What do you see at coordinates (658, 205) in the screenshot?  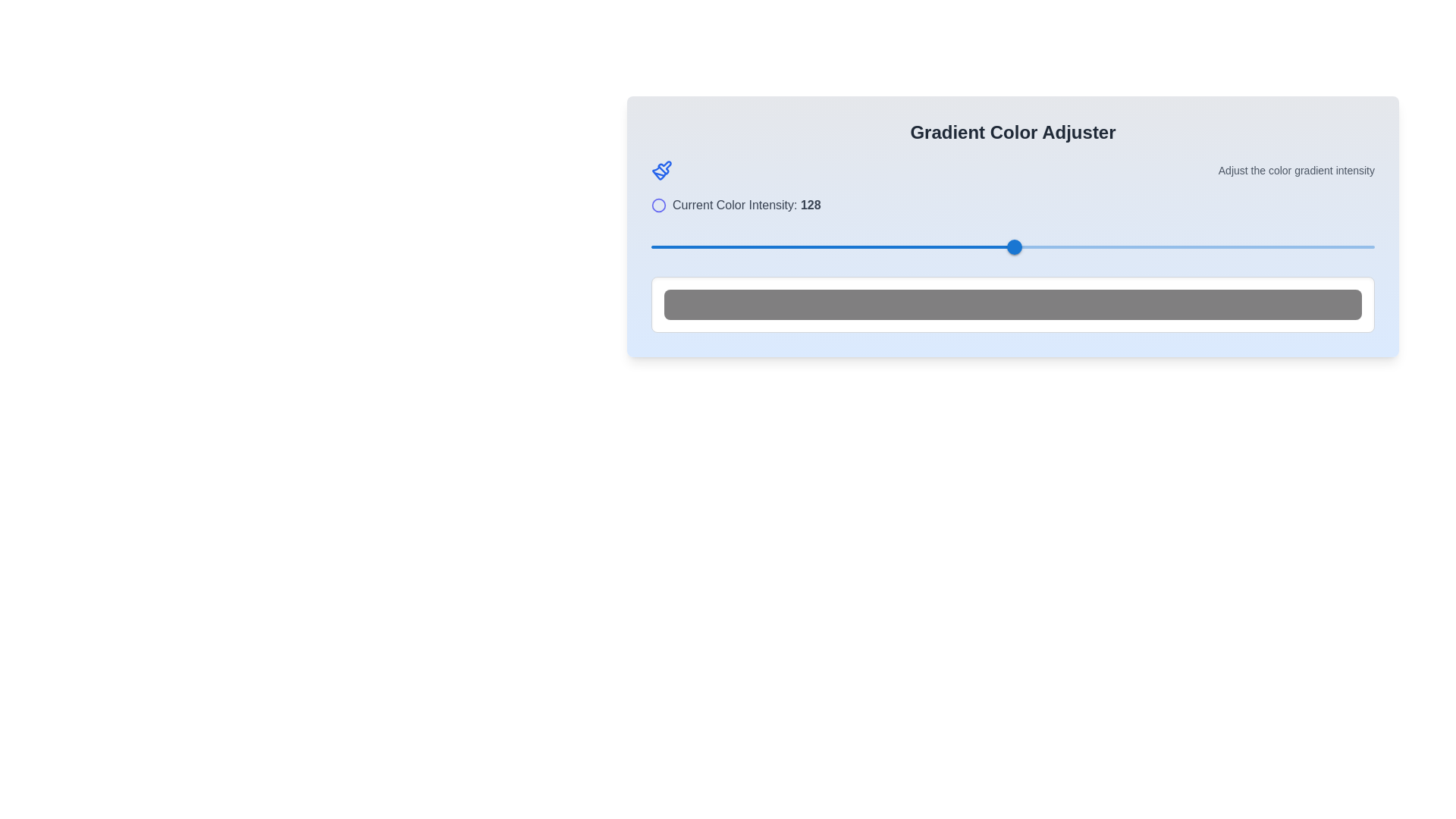 I see `the circular icon located to the left of the text 'Current Color Intensity: 128', which has a hollow appearance and dimensions of 24x24 pixels` at bounding box center [658, 205].